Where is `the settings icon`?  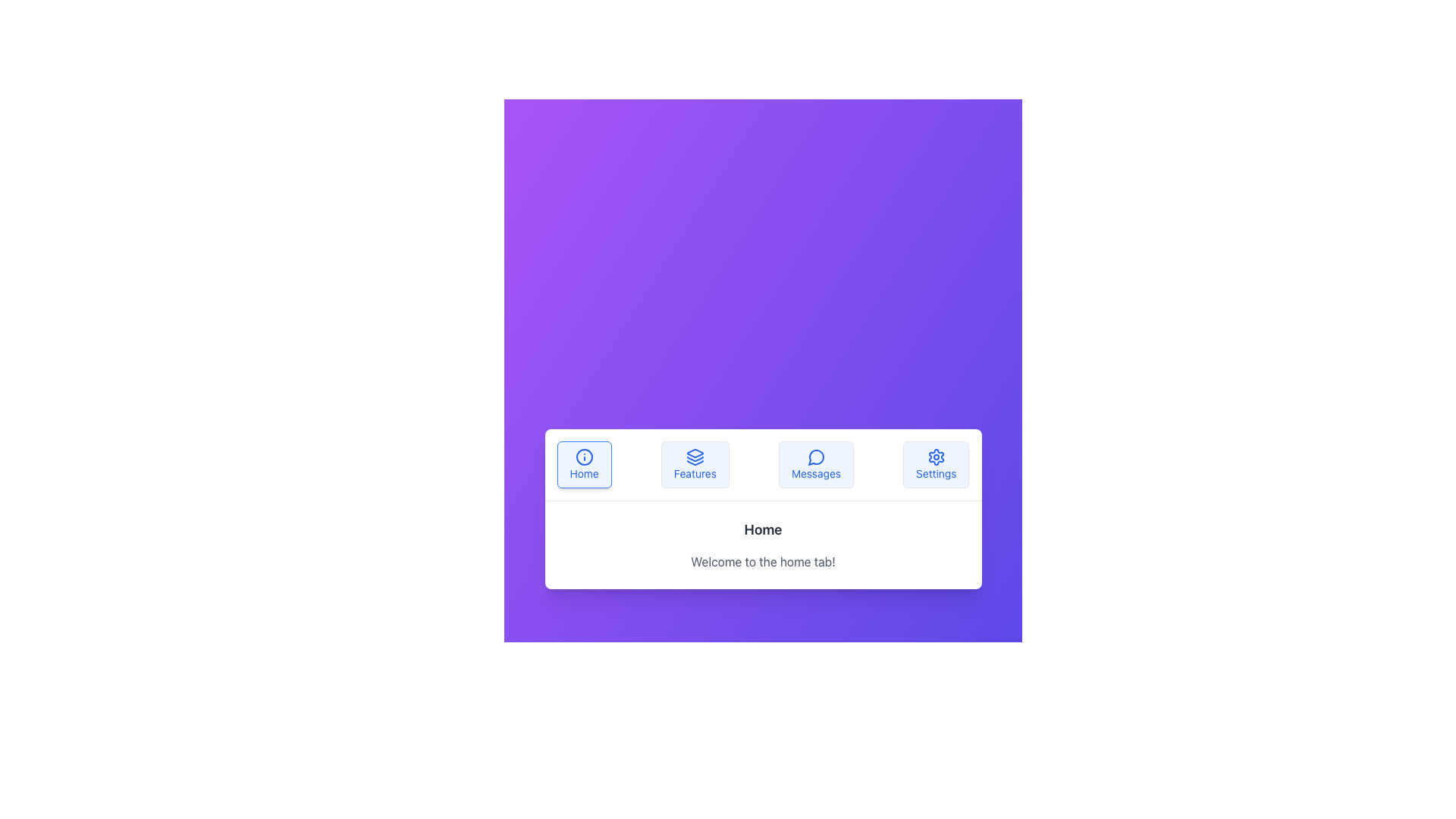
the settings icon is located at coordinates (935, 456).